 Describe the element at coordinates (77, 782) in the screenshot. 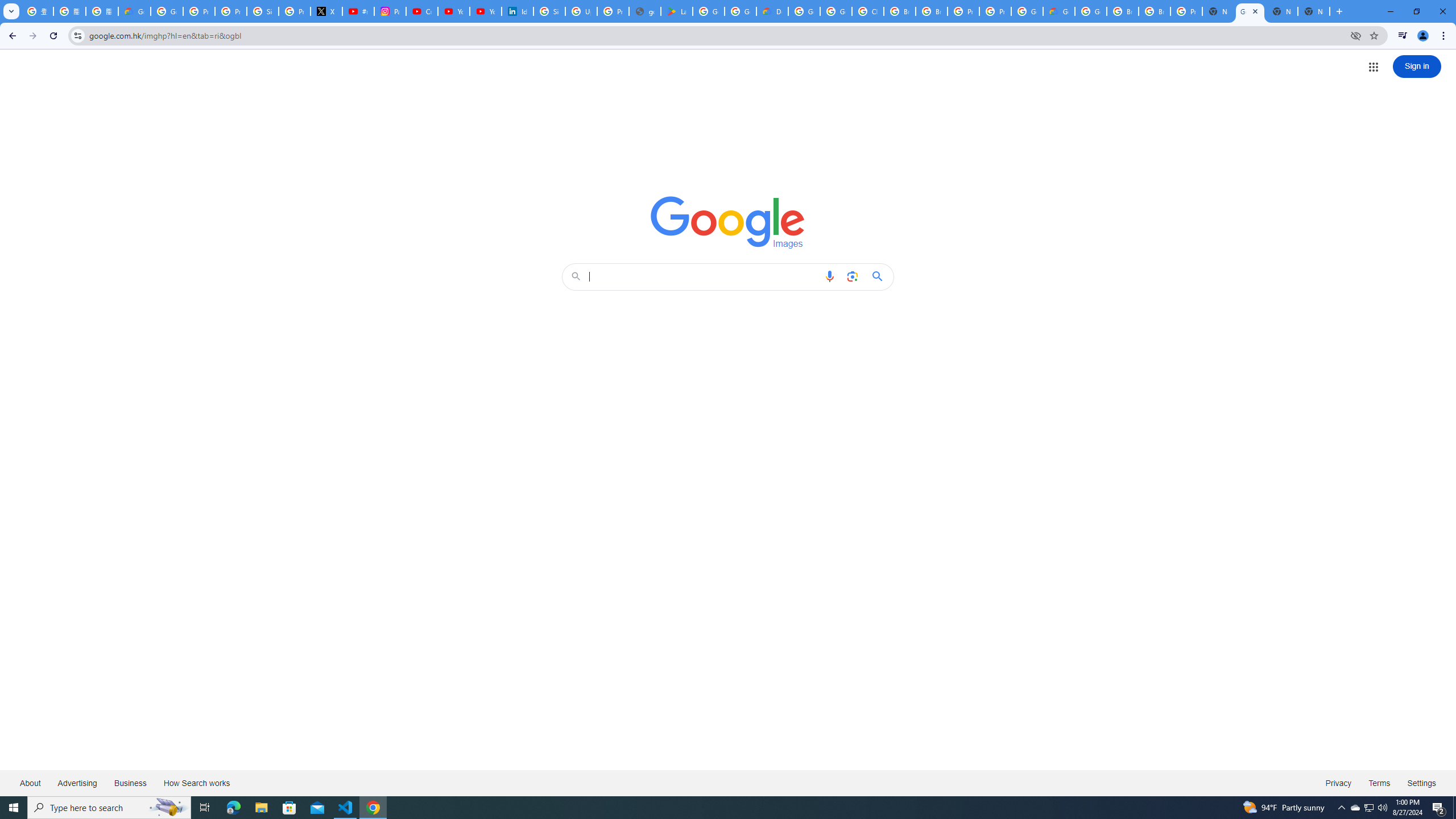

I see `'Advertising'` at that location.